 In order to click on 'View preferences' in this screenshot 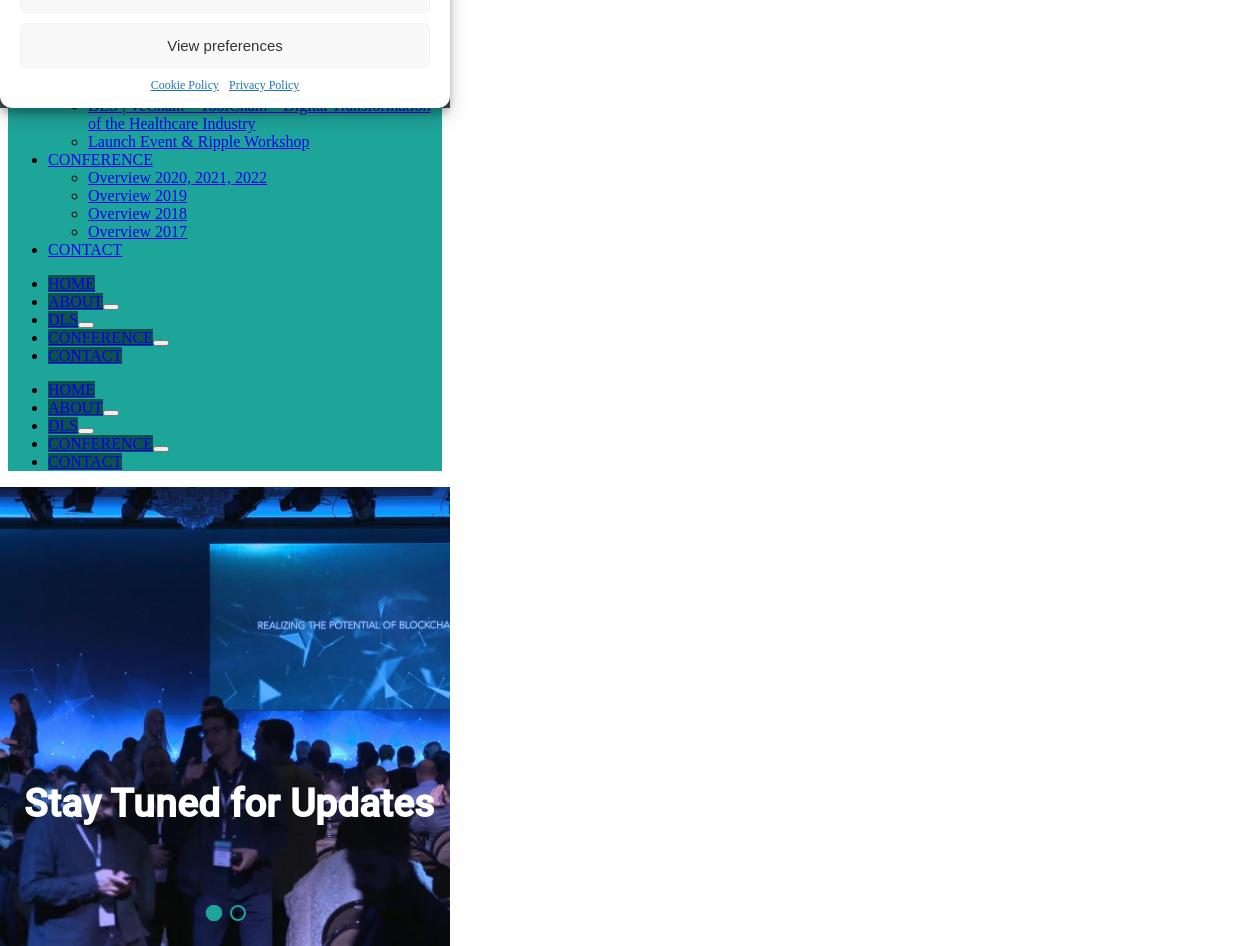, I will do `click(224, 44)`.